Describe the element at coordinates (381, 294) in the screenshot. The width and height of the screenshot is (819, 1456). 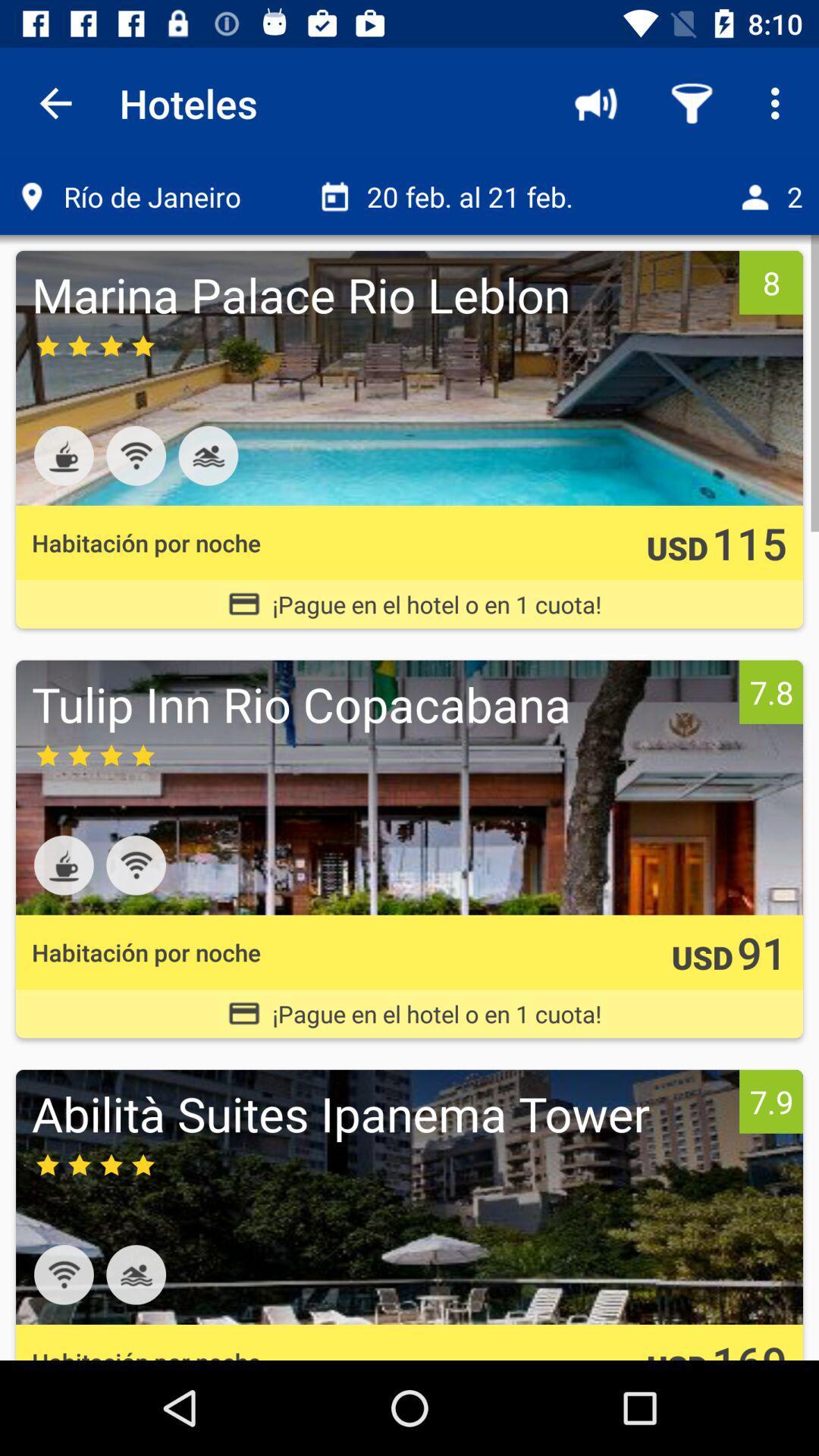
I see `icon next to the 8 item` at that location.